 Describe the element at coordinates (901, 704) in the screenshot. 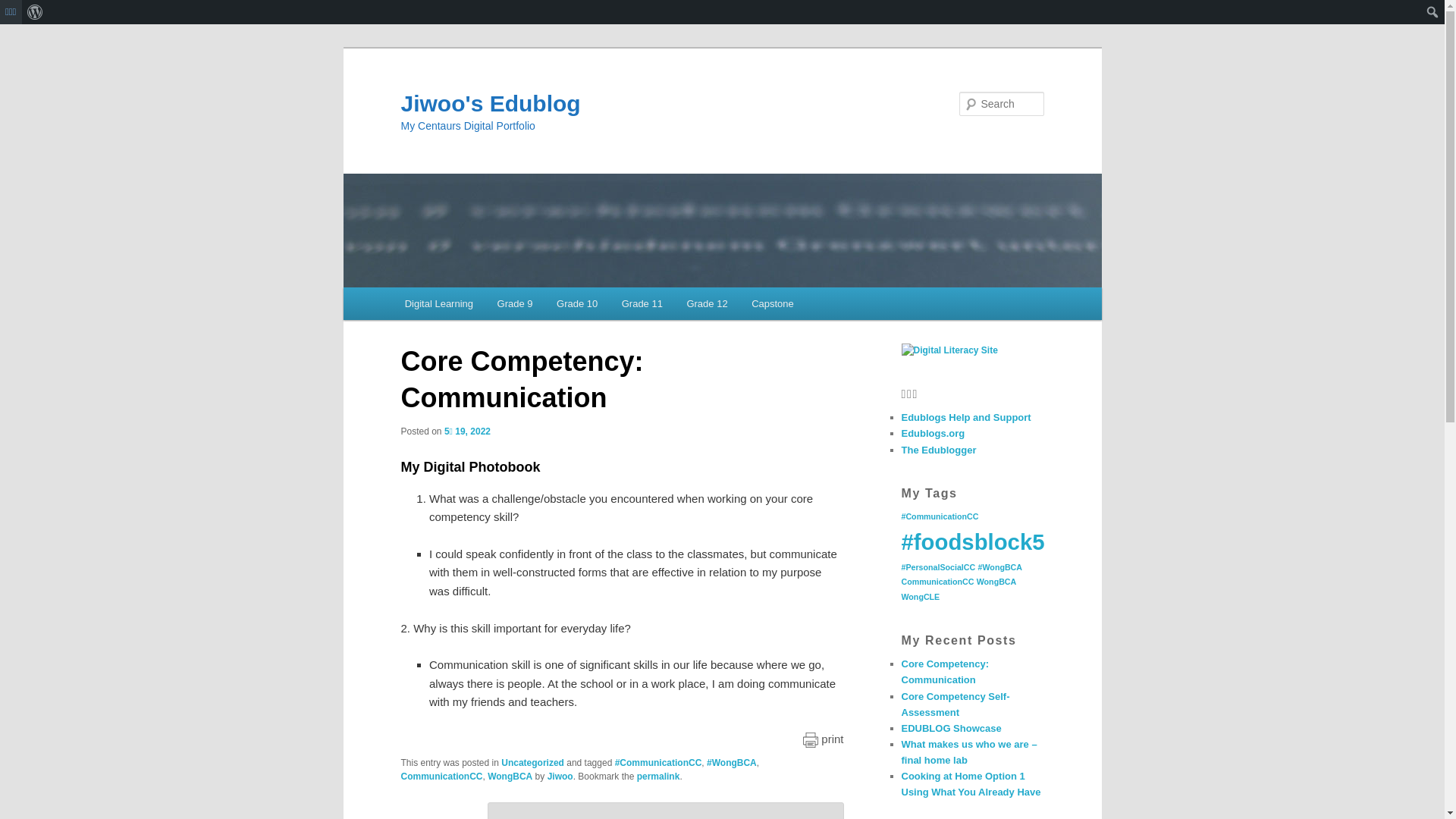

I see `'Core Competency Self-Assessment'` at that location.